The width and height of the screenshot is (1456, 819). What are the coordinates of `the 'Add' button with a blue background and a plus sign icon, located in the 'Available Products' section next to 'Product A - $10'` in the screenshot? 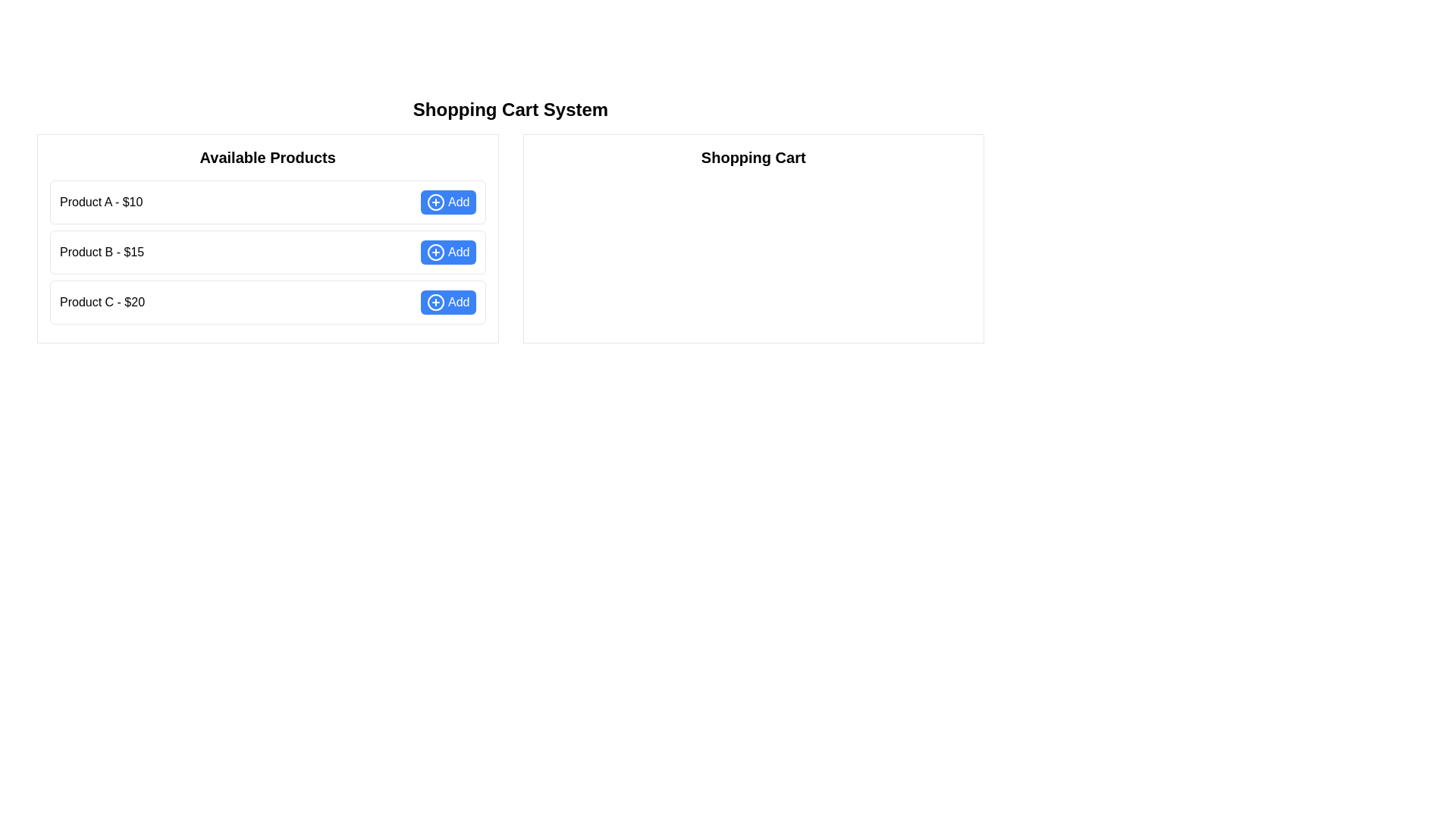 It's located at (447, 201).